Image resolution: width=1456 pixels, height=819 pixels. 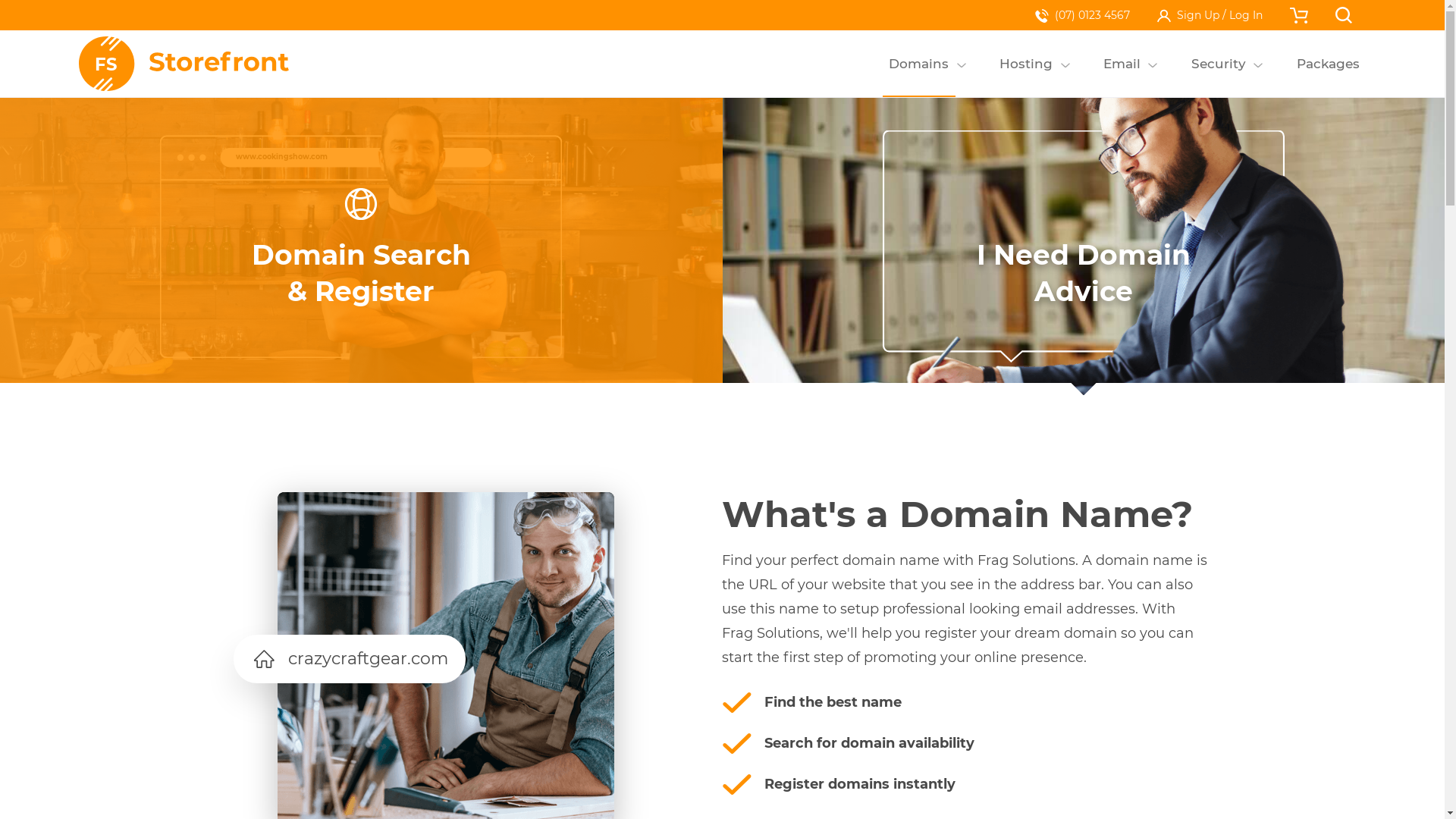 What do you see at coordinates (1026, 63) in the screenshot?
I see `'Hosting'` at bounding box center [1026, 63].